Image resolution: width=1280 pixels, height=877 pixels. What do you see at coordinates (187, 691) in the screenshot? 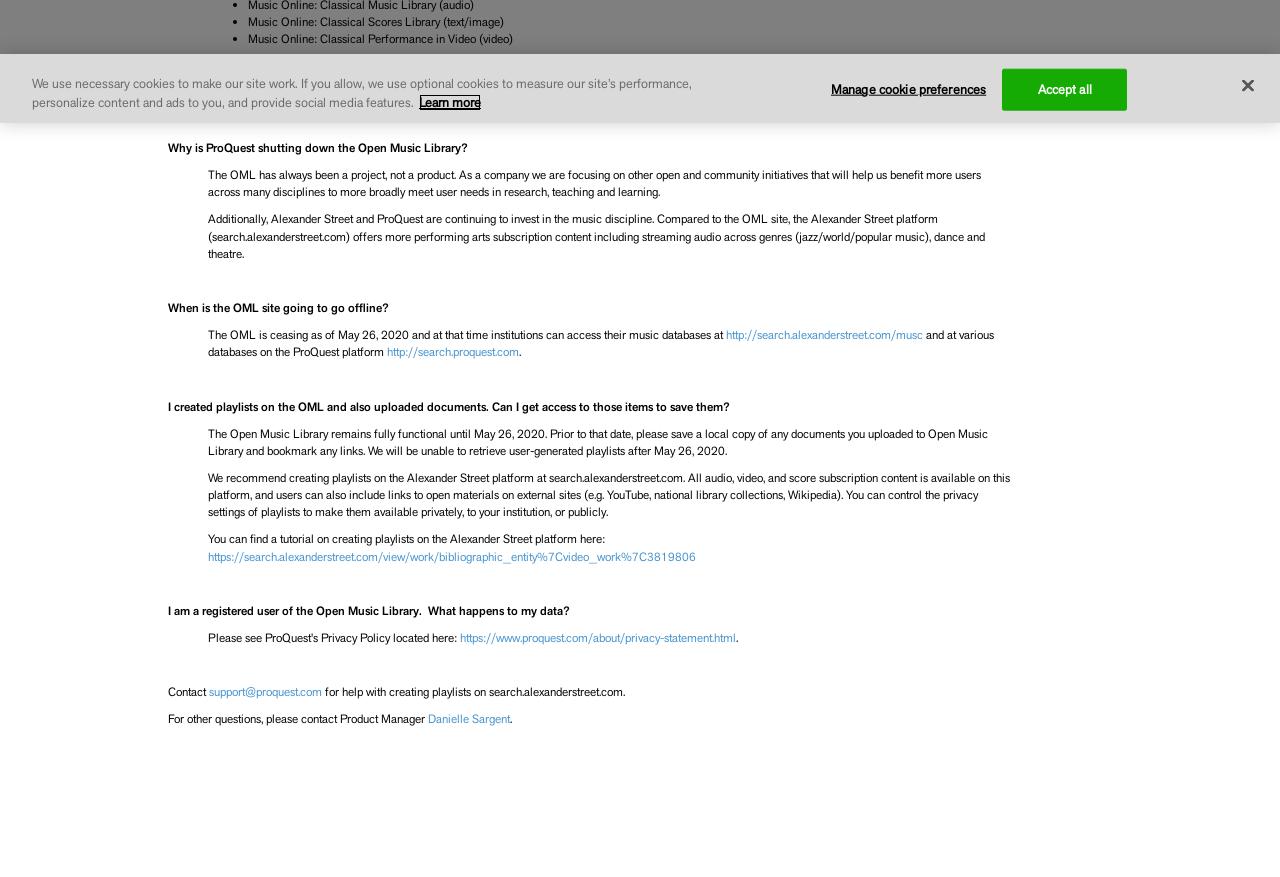
I see `'Contact'` at bounding box center [187, 691].